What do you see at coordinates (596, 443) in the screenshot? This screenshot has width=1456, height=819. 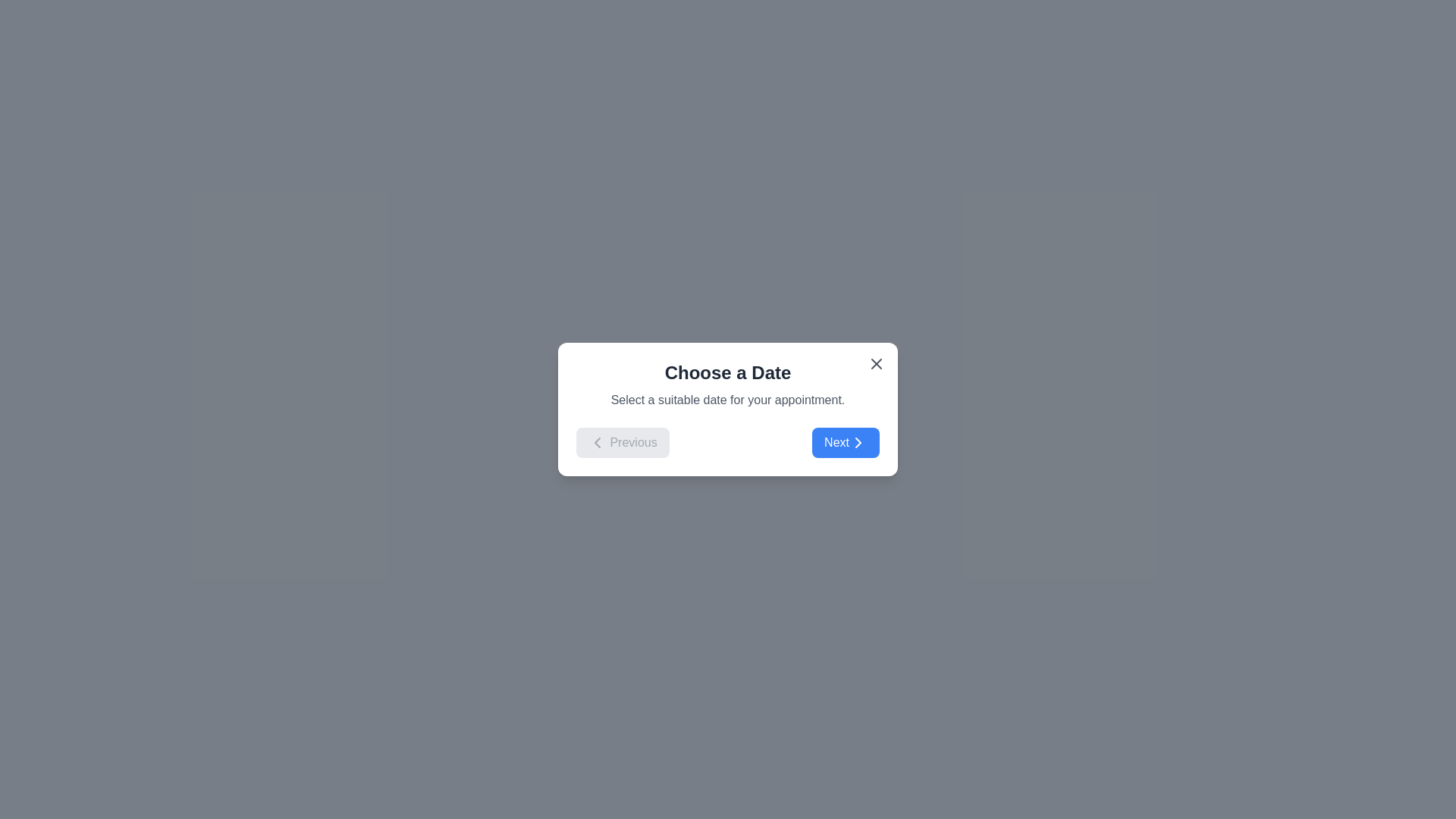 I see `the icon located within the 'Previous' button in the lower-left corner of the 'Choose a Date' modal, which indicates a back-navigation action` at bounding box center [596, 443].